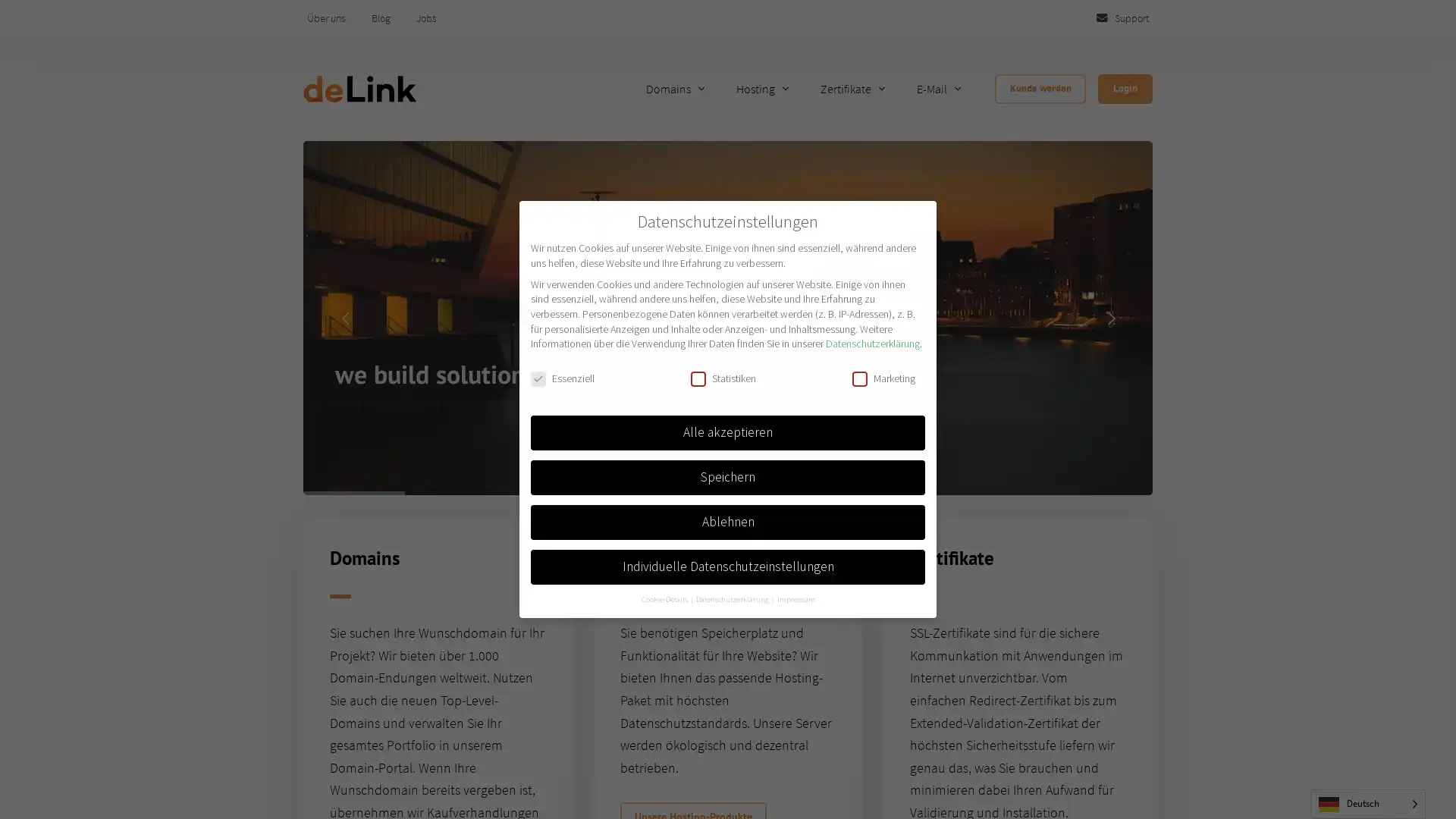 The height and width of the screenshot is (819, 1456). Describe the element at coordinates (728, 520) in the screenshot. I see `Ablehnen` at that location.